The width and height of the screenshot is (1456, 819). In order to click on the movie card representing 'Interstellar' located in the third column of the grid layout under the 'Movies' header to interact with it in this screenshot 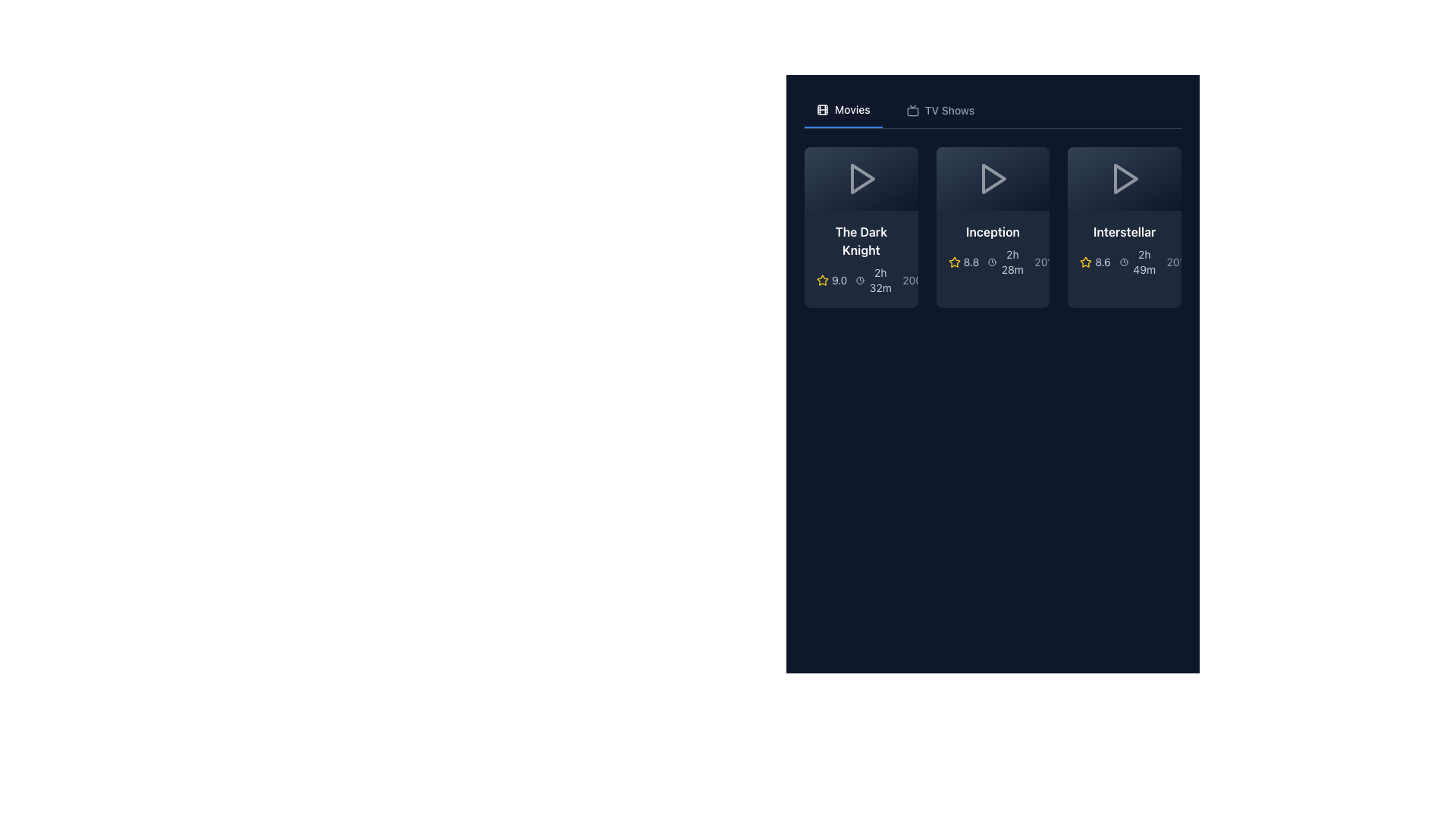, I will do `click(1125, 227)`.